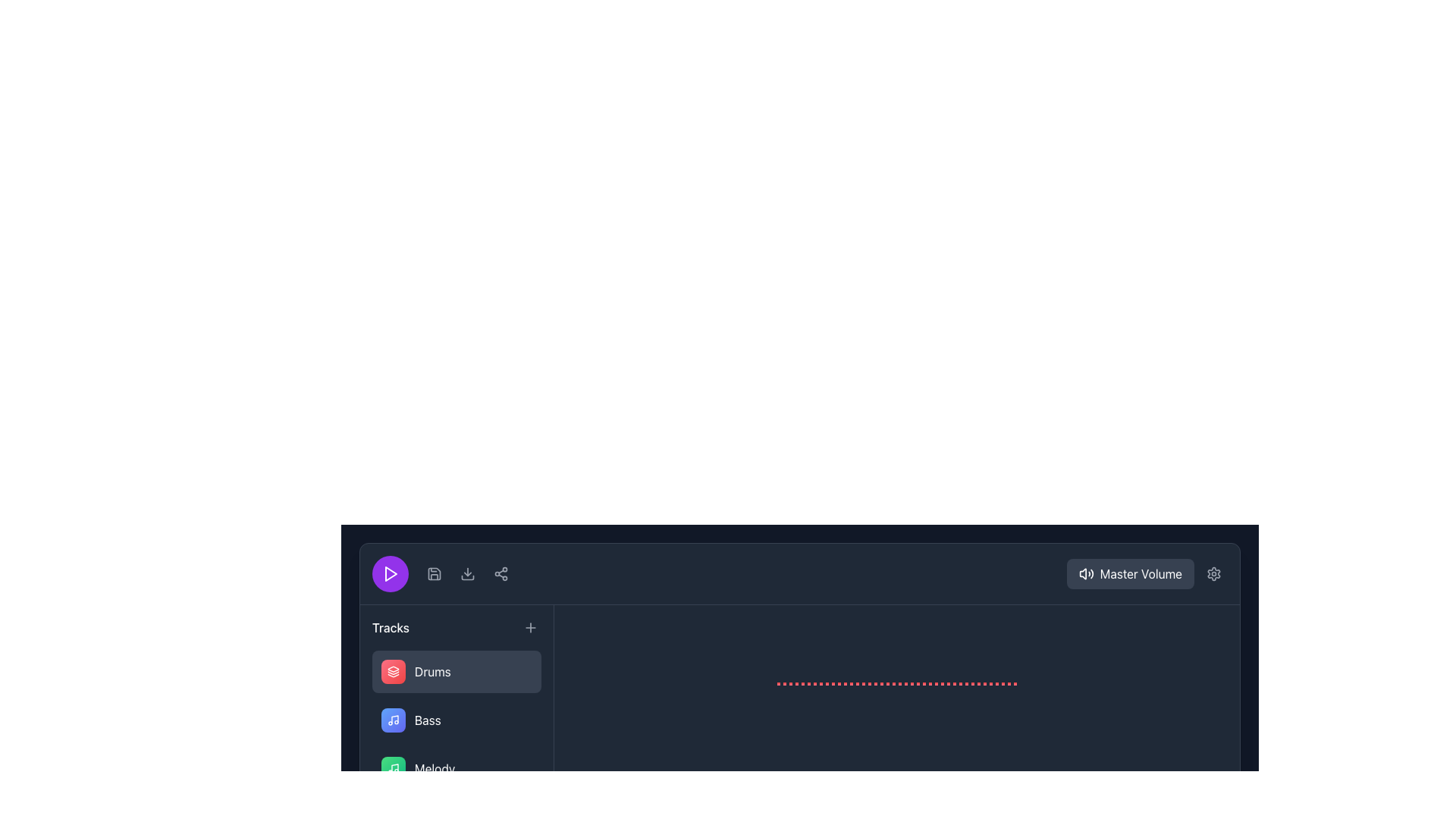 This screenshot has height=819, width=1456. I want to click on the small gear-shaped icon in the top-right corner of the section, so click(1214, 573).